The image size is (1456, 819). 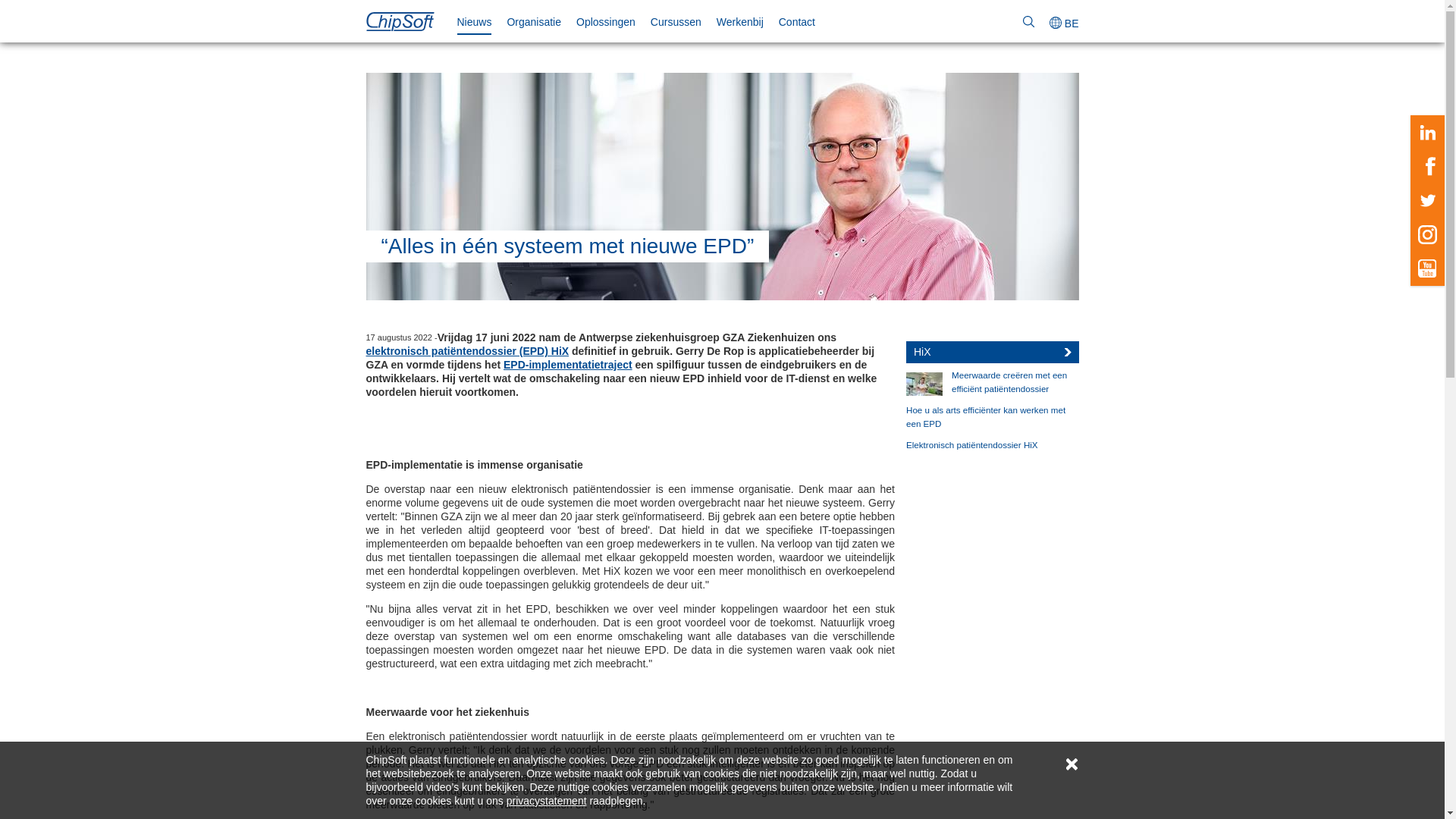 I want to click on 'Organisatie', so click(x=534, y=22).